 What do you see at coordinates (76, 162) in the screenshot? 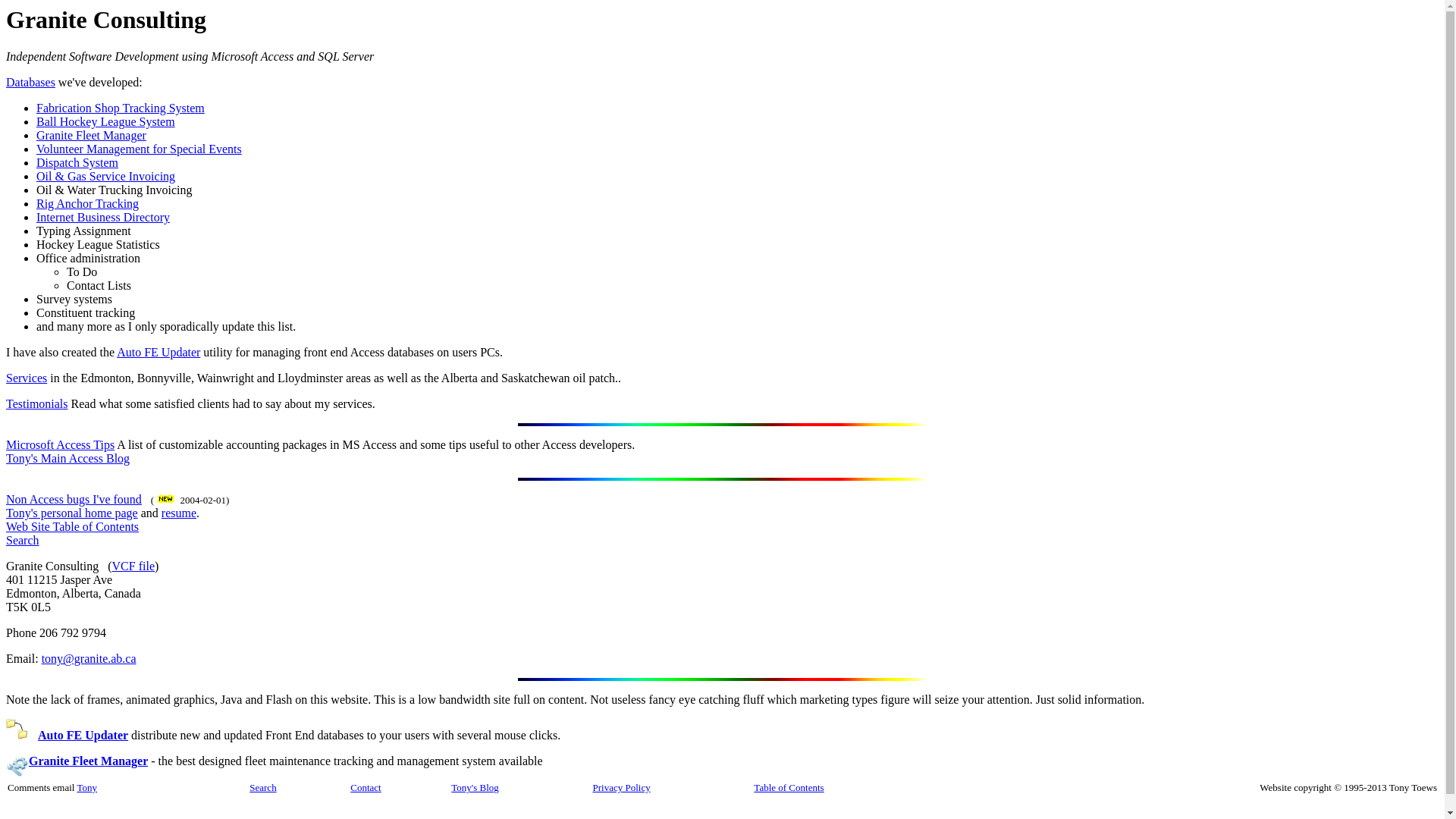
I see `'Dispatch System'` at bounding box center [76, 162].